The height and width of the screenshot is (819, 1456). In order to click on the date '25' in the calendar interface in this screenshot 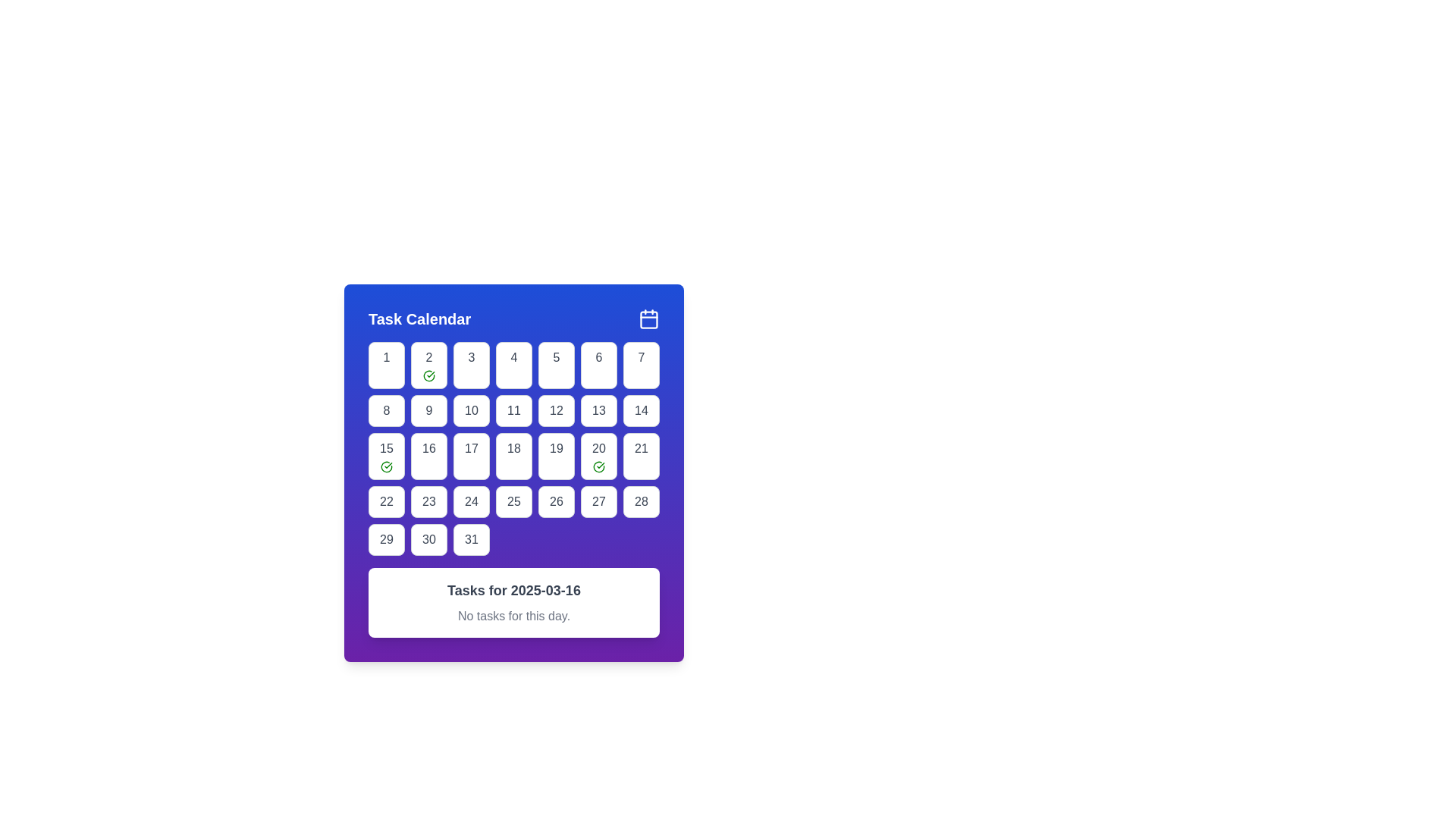, I will do `click(513, 502)`.